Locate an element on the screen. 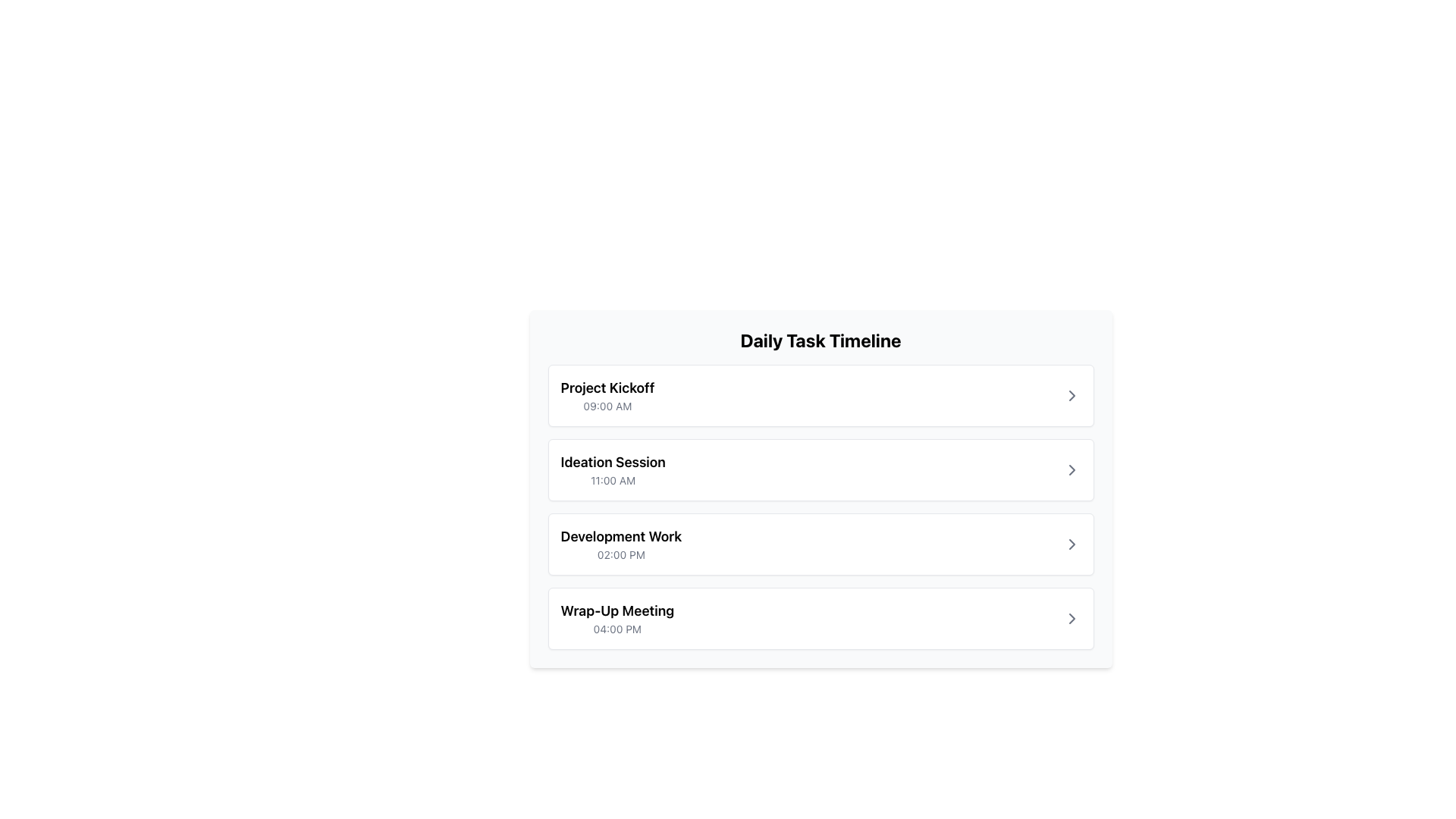  the 'Wrap-Up Meeting' agenda item in the Daily Task Timeline list is located at coordinates (820, 619).